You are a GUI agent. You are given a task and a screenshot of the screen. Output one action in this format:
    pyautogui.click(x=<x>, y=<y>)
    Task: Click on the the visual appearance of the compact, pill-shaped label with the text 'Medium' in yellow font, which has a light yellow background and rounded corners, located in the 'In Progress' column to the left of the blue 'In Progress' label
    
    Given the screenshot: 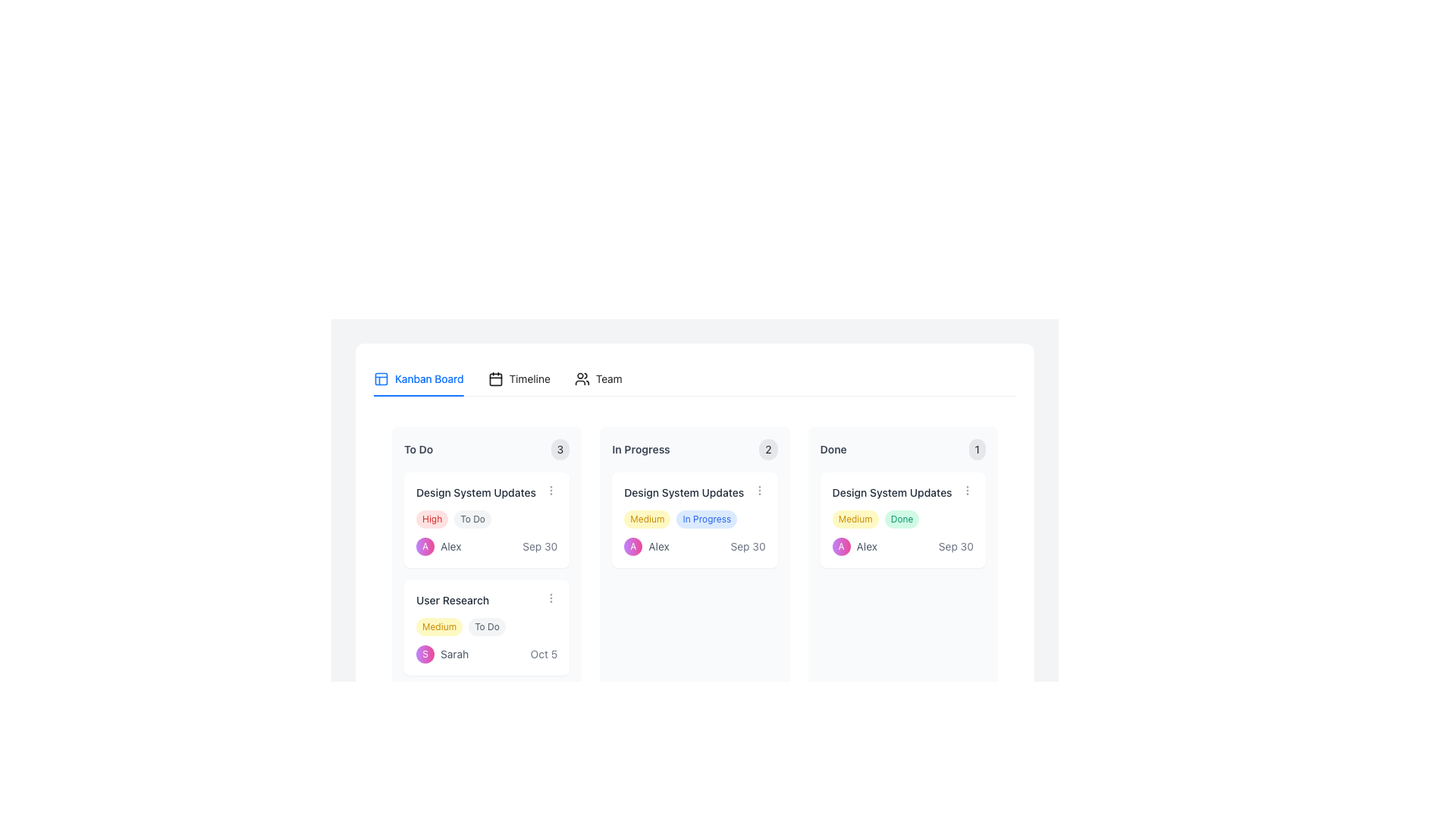 What is the action you would take?
    pyautogui.click(x=647, y=519)
    